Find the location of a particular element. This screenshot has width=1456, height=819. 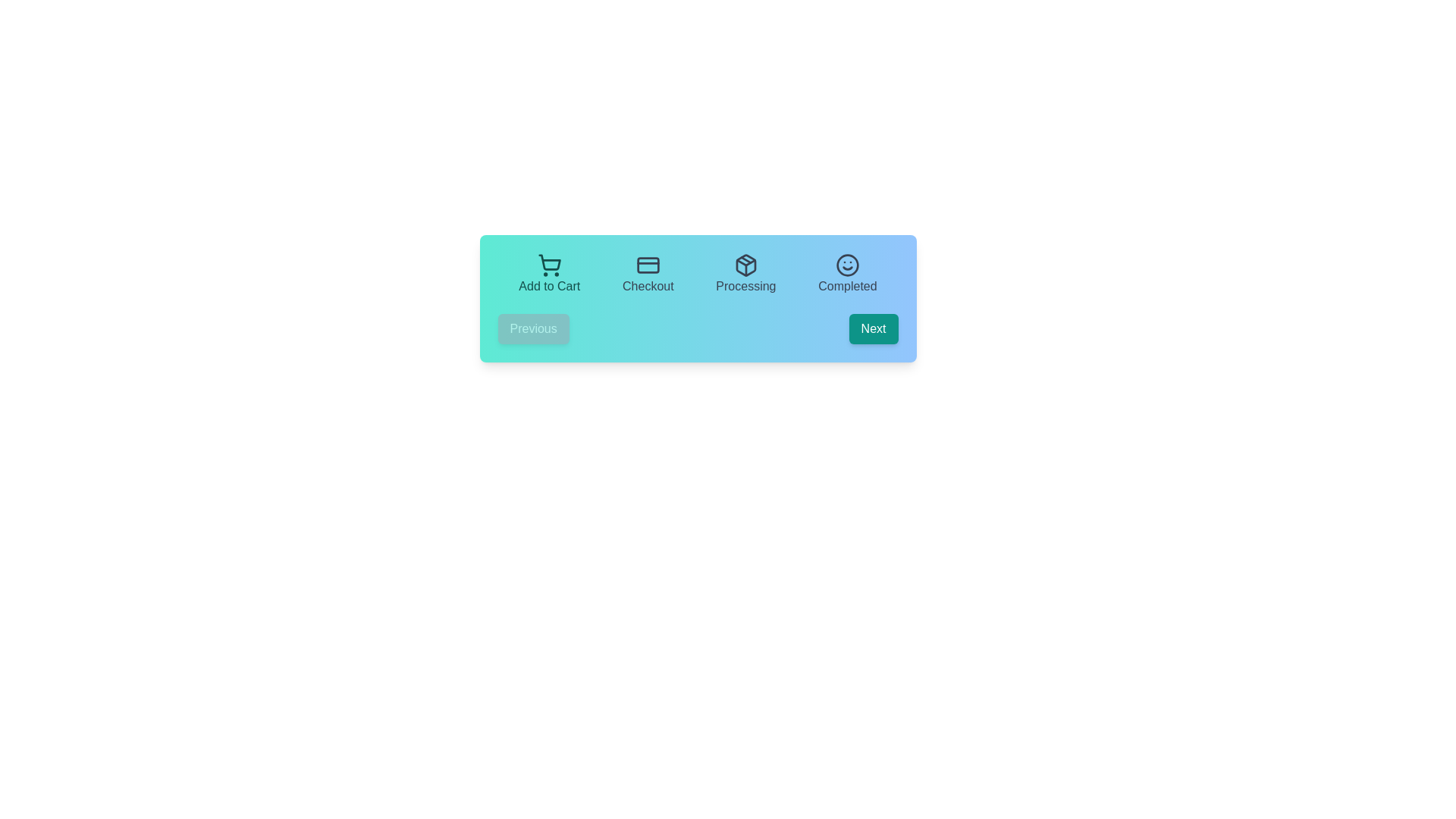

the step Add to Cart to observe the hover effect is located at coordinates (548, 275).